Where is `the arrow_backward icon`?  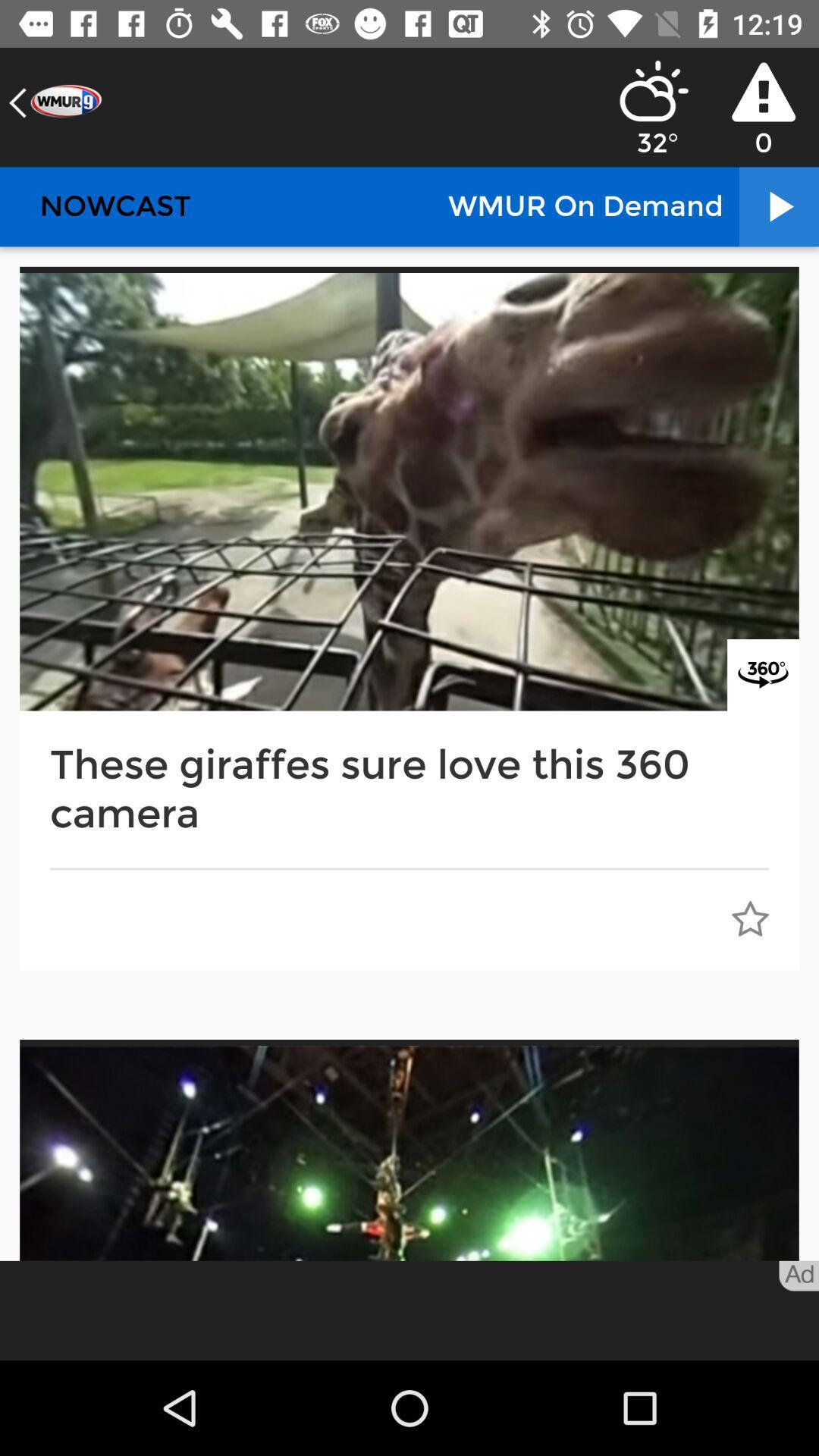 the arrow_backward icon is located at coordinates (55, 102).